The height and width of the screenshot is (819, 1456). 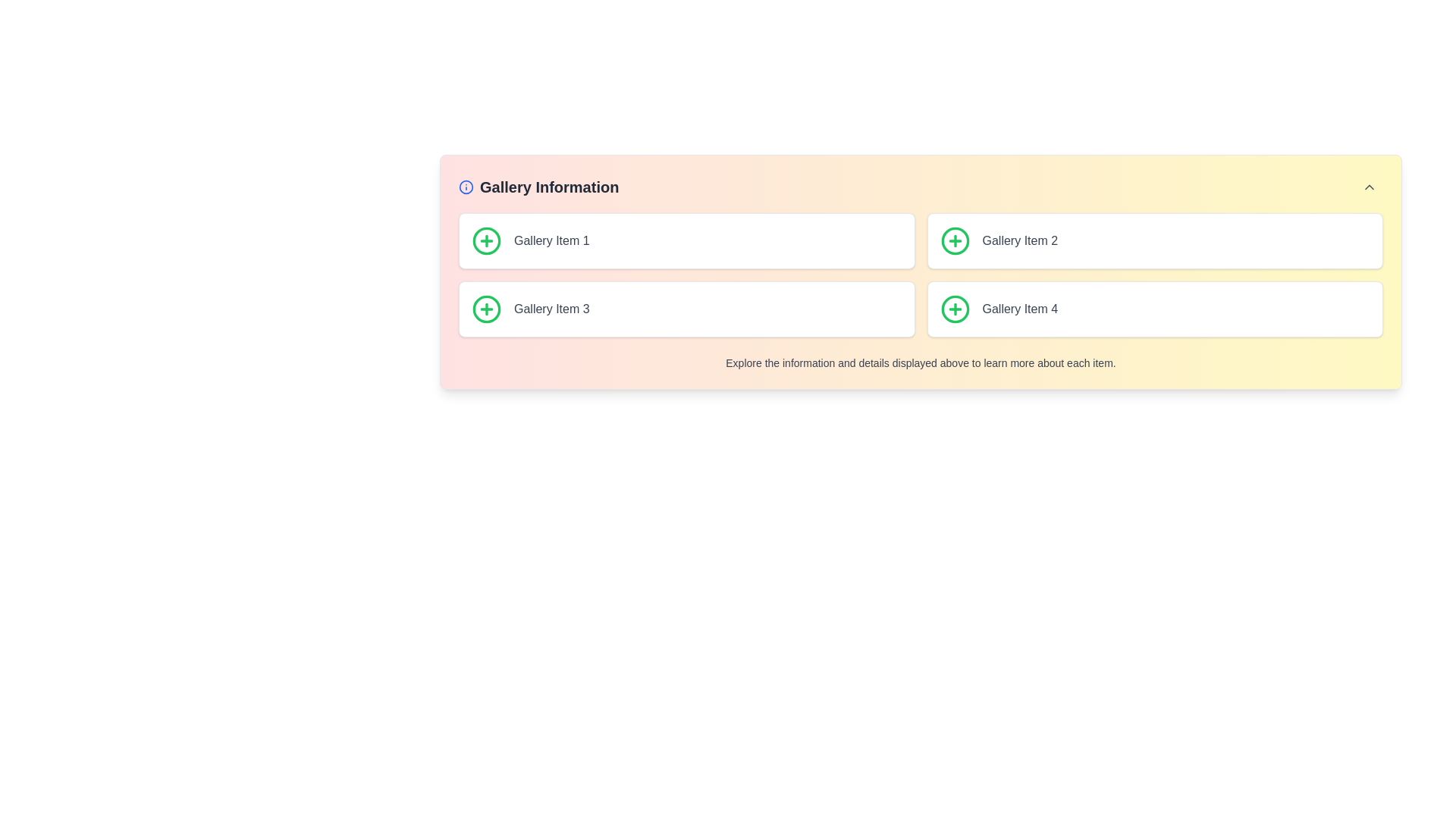 What do you see at coordinates (465, 186) in the screenshot?
I see `the blue information icon styled as a circle with an 'i' symbol inside, located to the left of the 'Gallery Information' text in the header section` at bounding box center [465, 186].